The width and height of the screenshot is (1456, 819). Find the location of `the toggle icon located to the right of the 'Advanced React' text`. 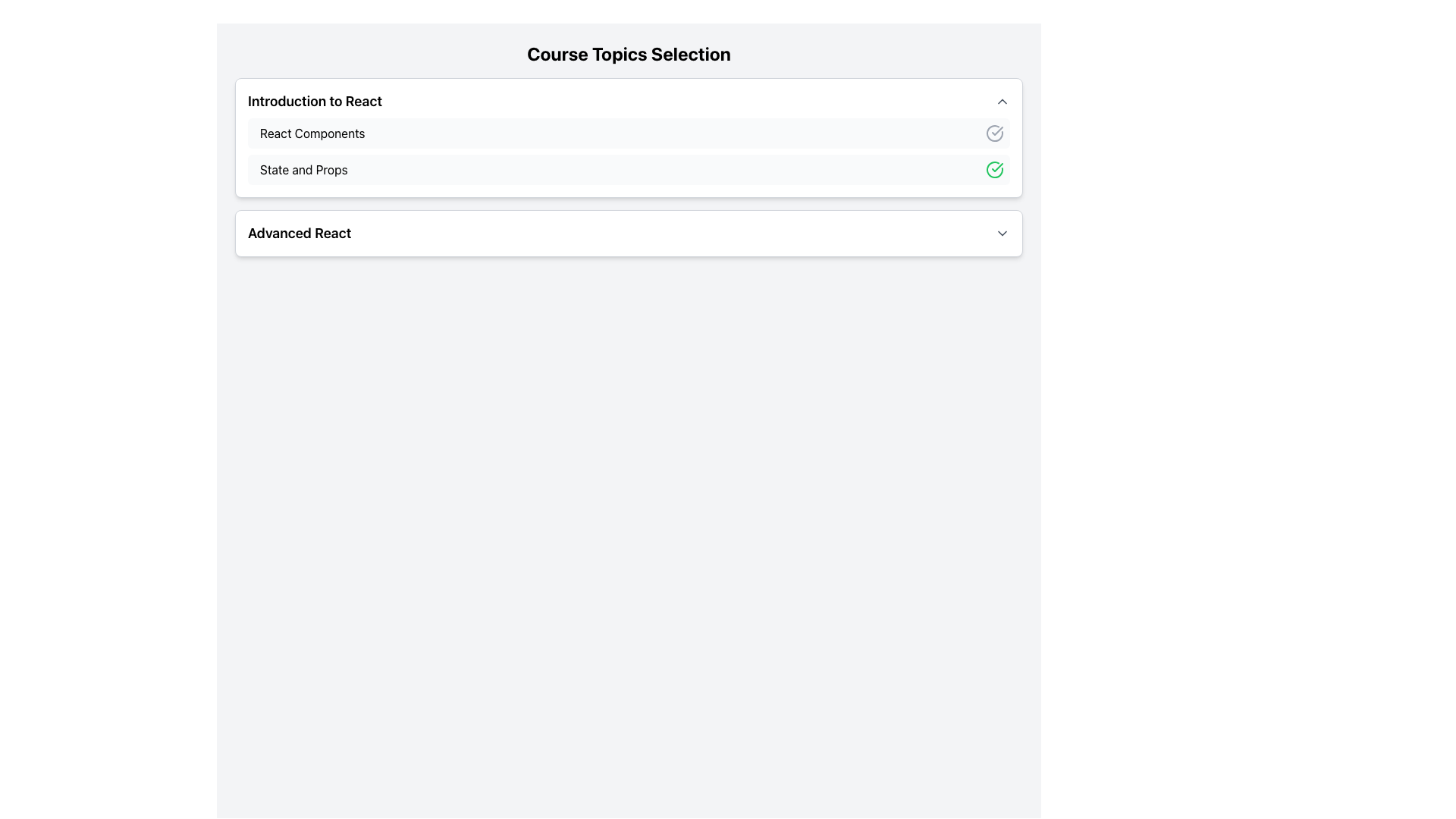

the toggle icon located to the right of the 'Advanced React' text is located at coordinates (1002, 234).